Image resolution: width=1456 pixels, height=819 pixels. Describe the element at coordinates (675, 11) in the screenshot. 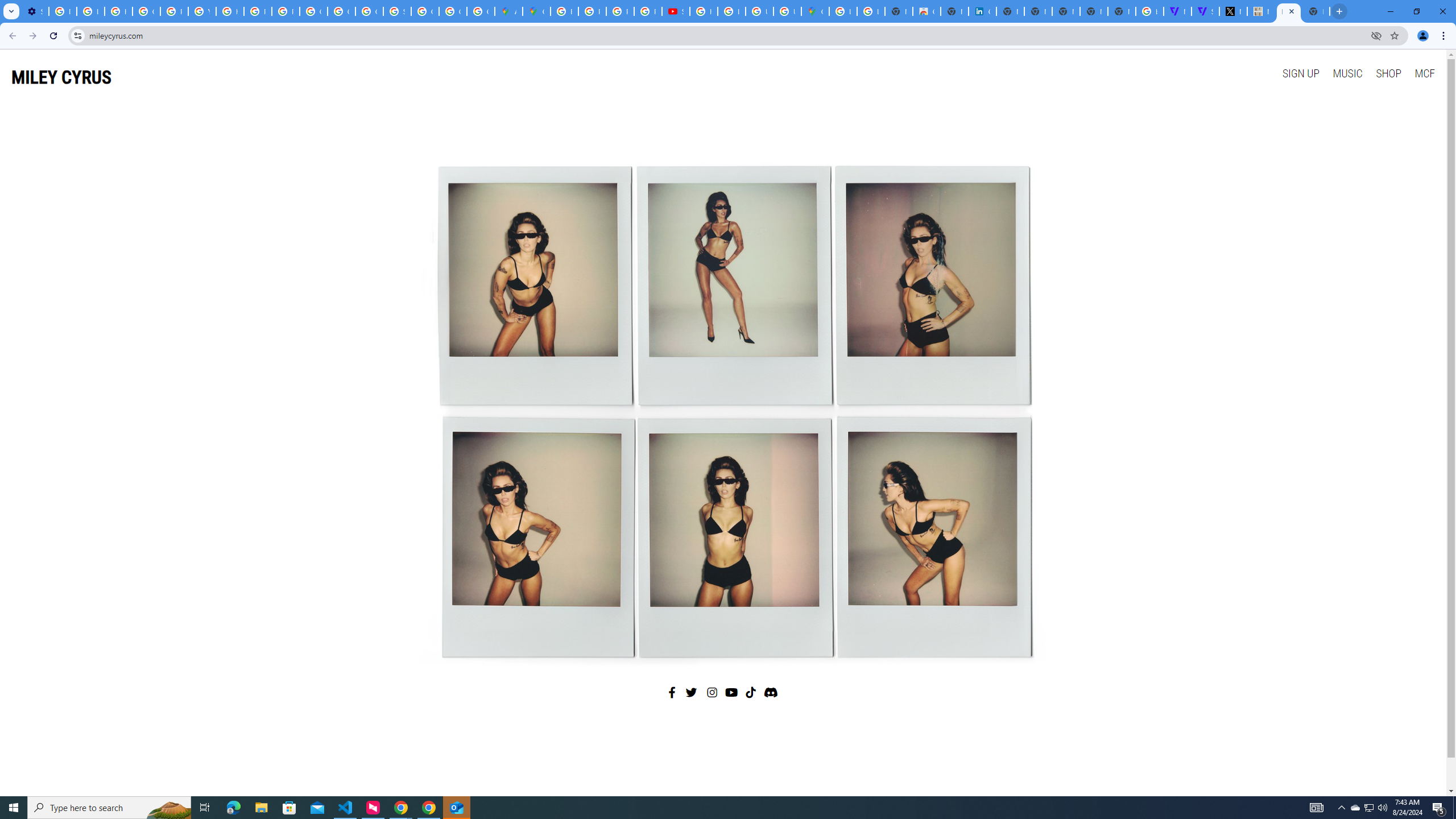

I see `'Subscriptions - YouTube'` at that location.